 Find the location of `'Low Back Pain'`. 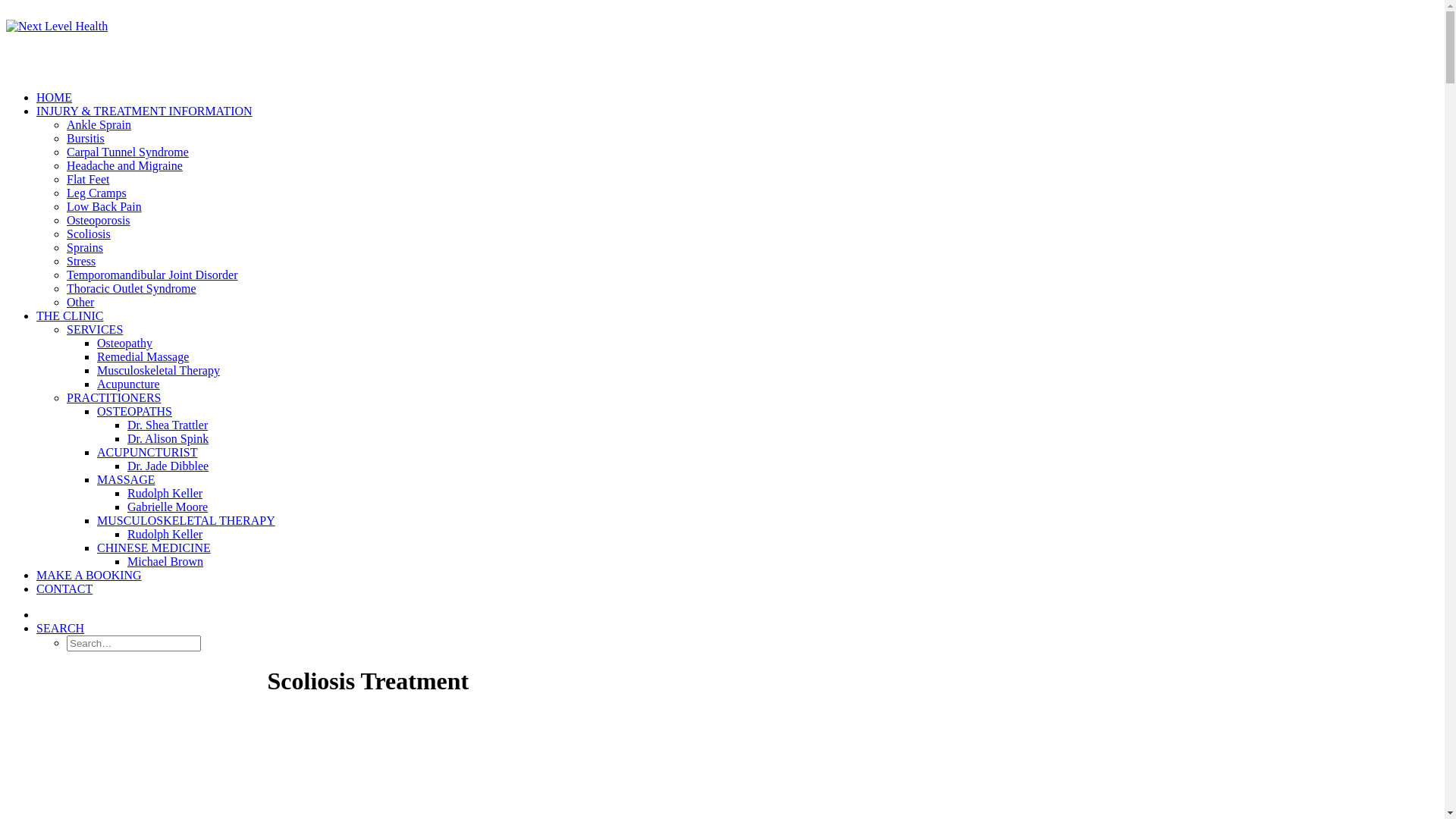

'Low Back Pain' is located at coordinates (103, 206).